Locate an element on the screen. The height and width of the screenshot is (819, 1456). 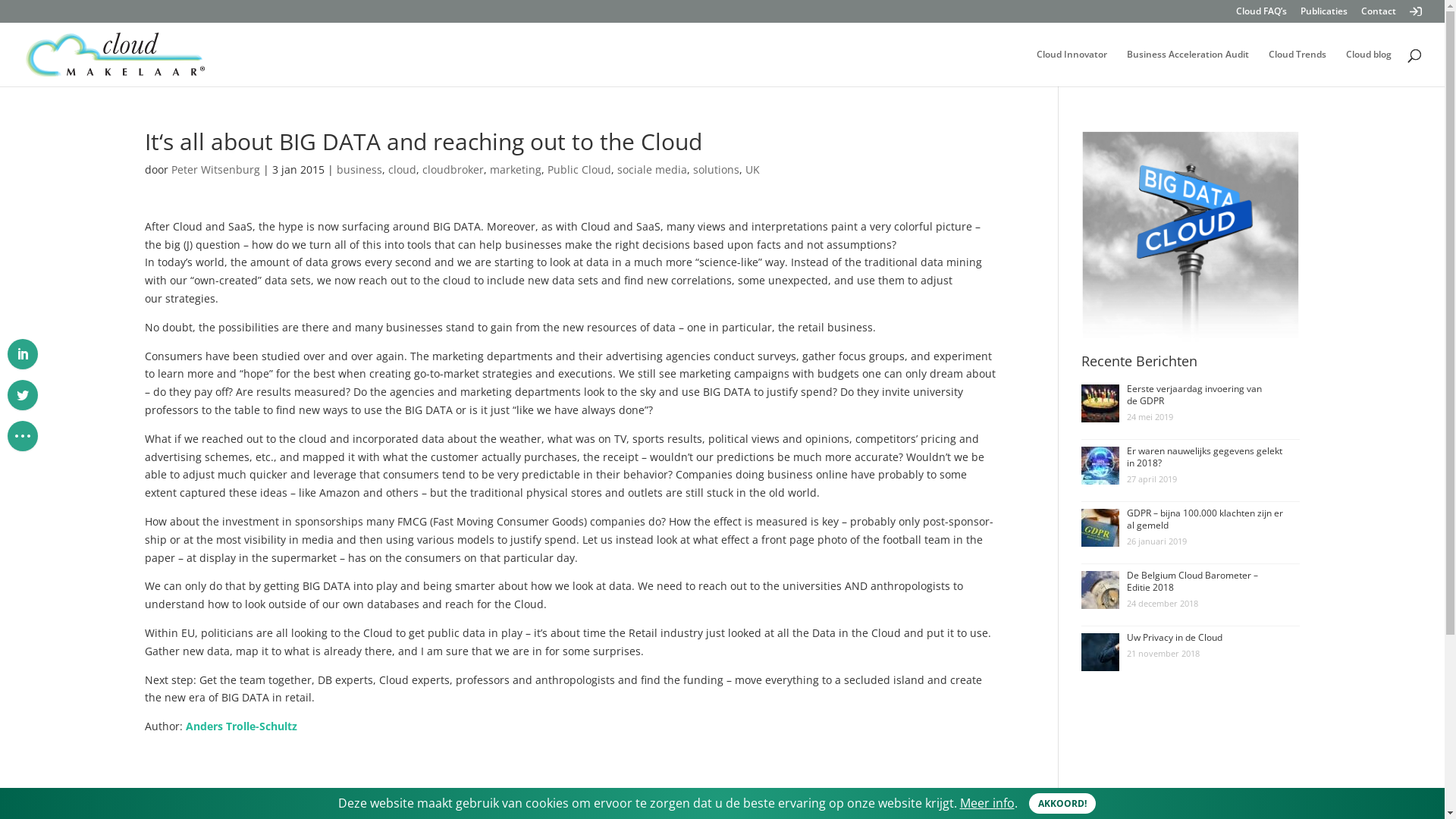
'solutions' is located at coordinates (715, 169).